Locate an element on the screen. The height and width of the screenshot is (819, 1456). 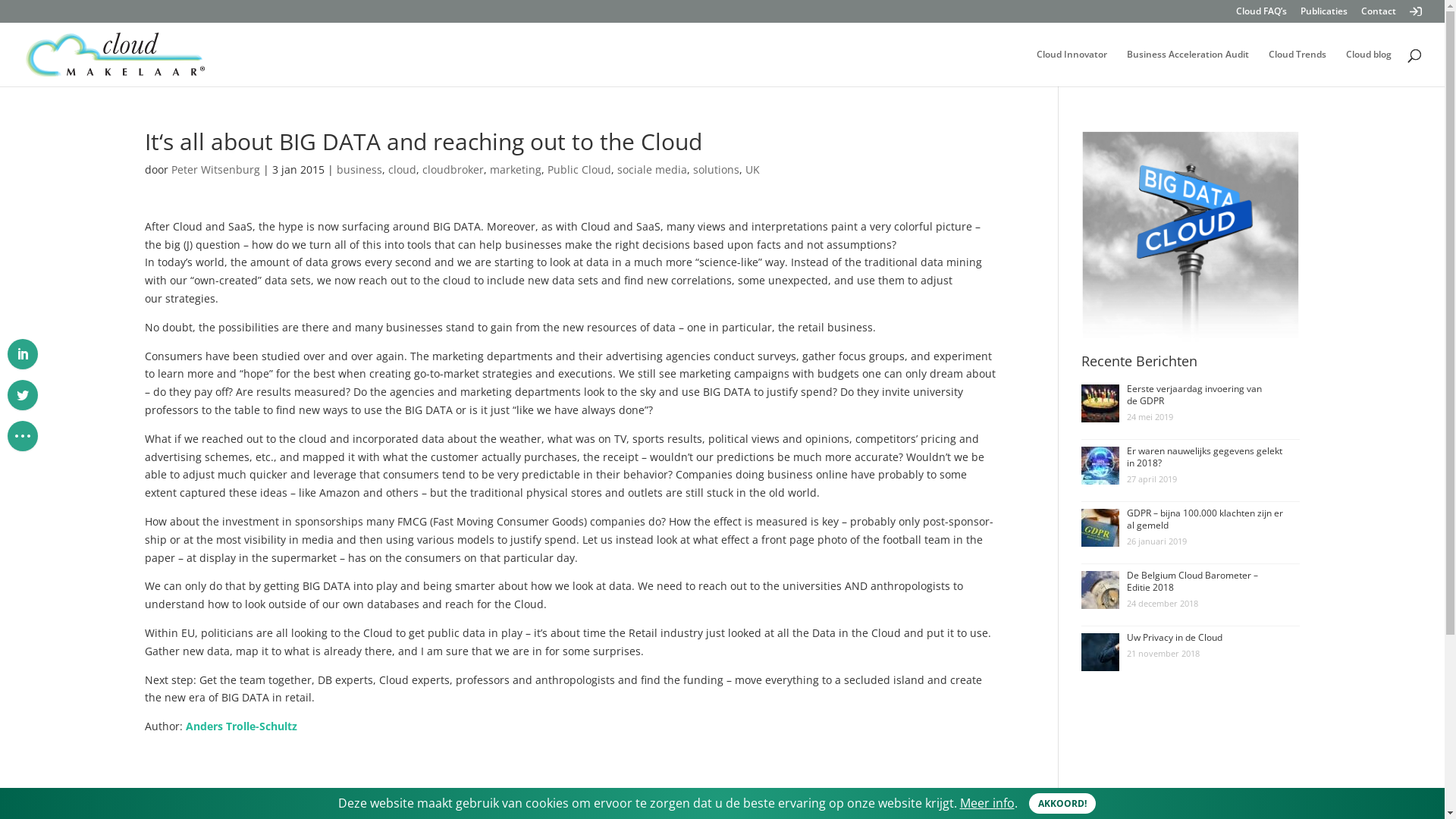
'solutions' is located at coordinates (715, 169).